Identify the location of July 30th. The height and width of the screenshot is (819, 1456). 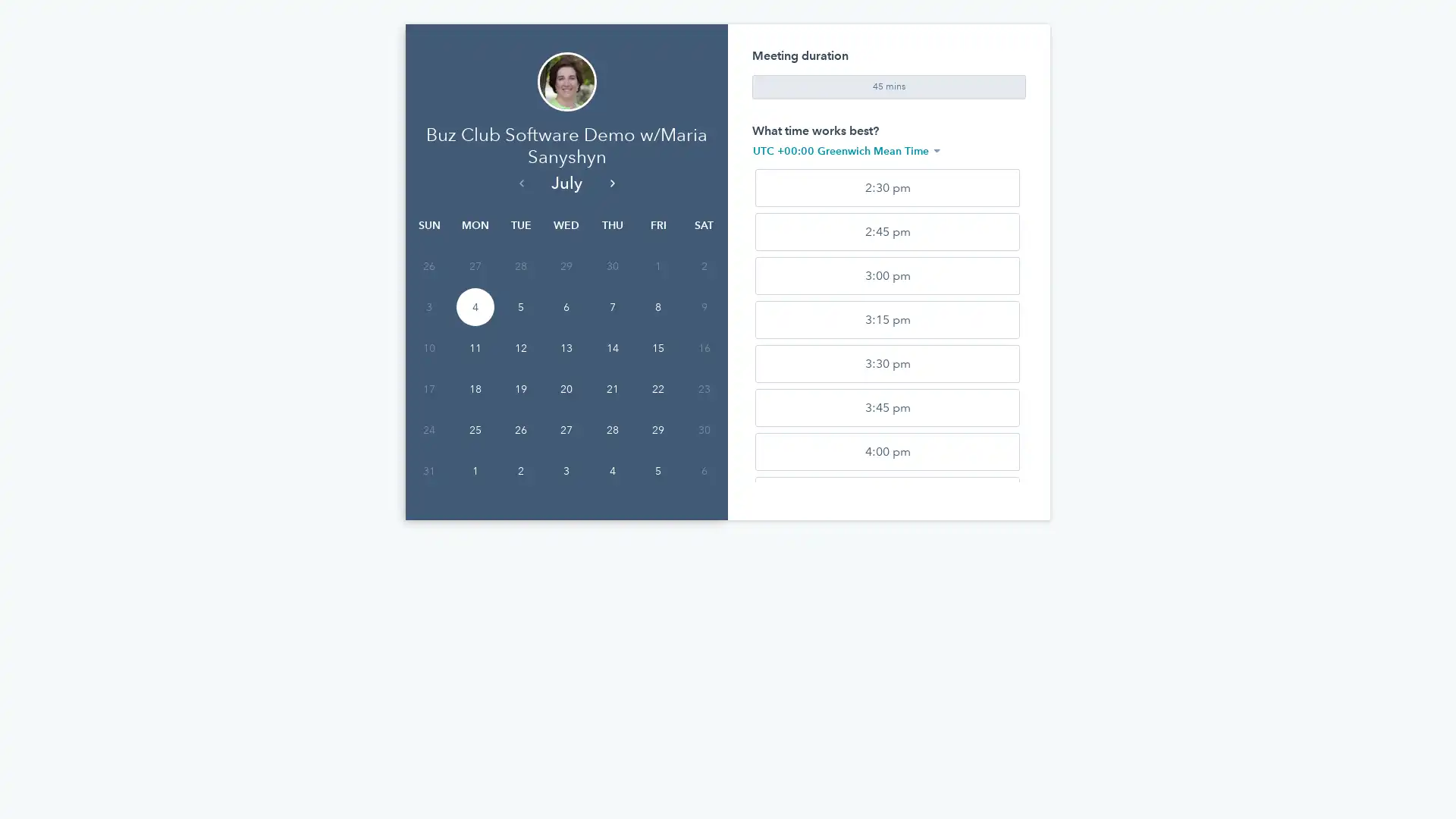
(702, 488).